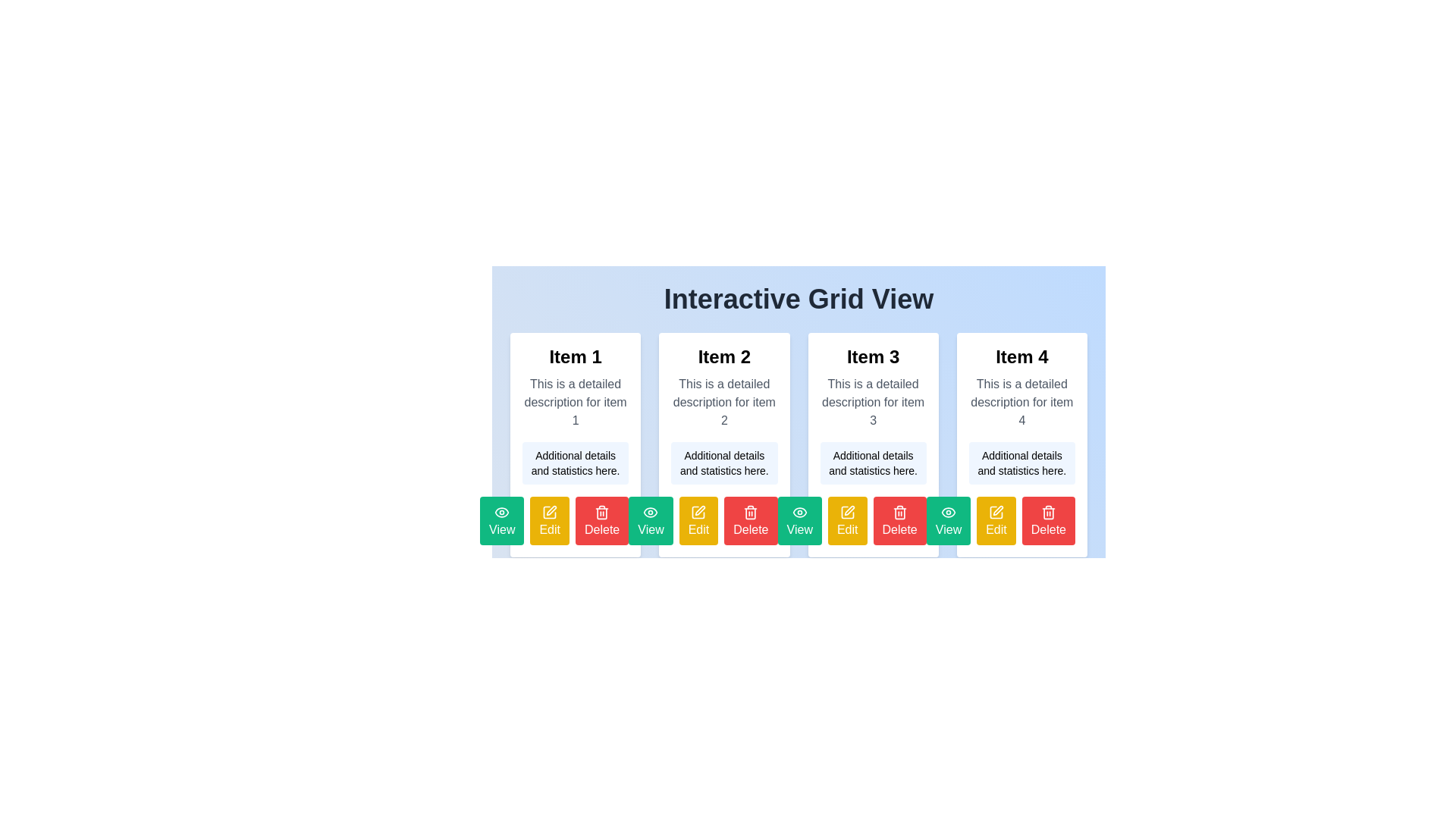 The width and height of the screenshot is (1456, 819). Describe the element at coordinates (502, 512) in the screenshot. I see `the 'View' button, which contains the SVG icon representing the 'view' action for 'Item 1'` at that location.